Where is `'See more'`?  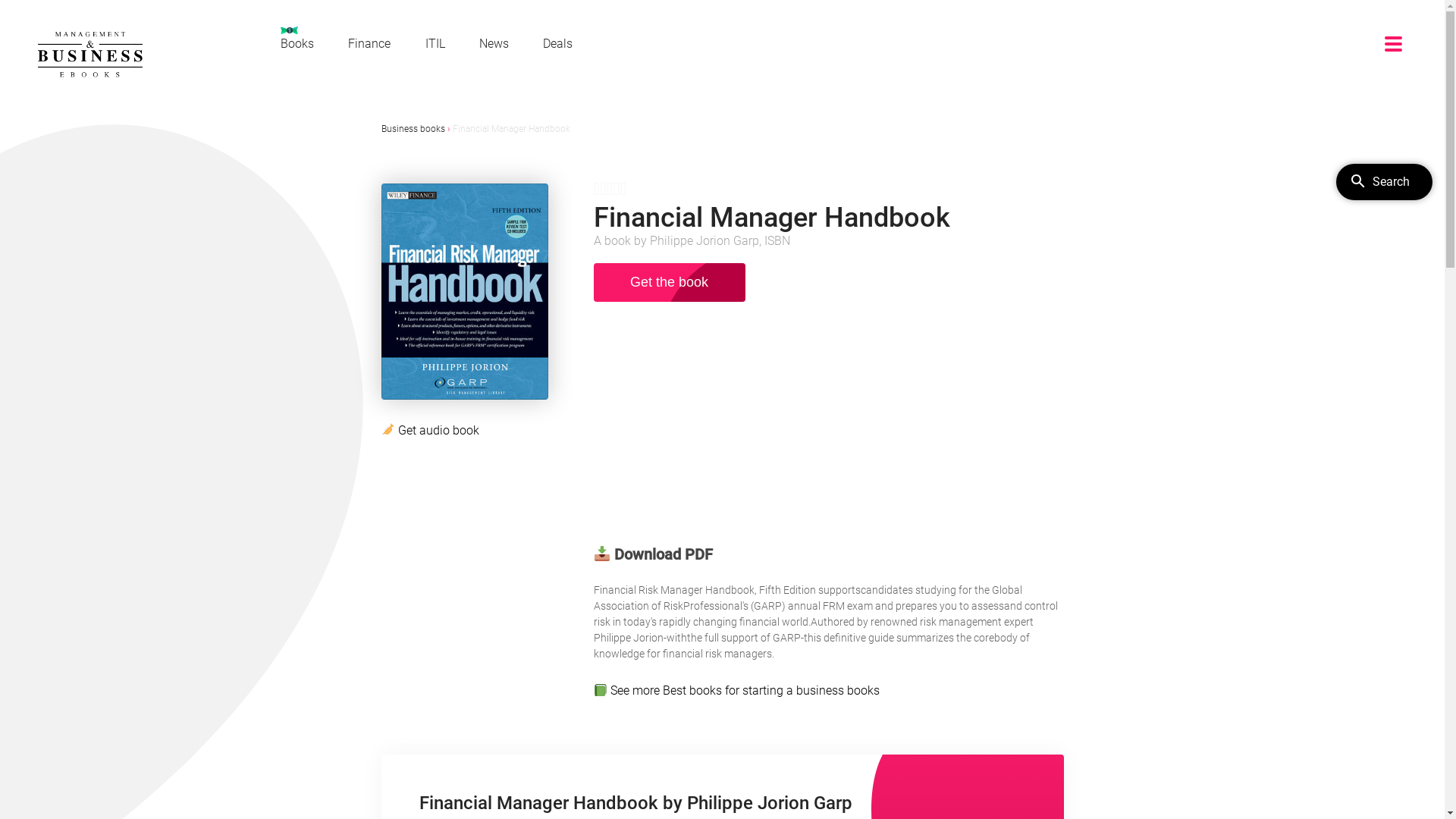
'See more' is located at coordinates (610, 690).